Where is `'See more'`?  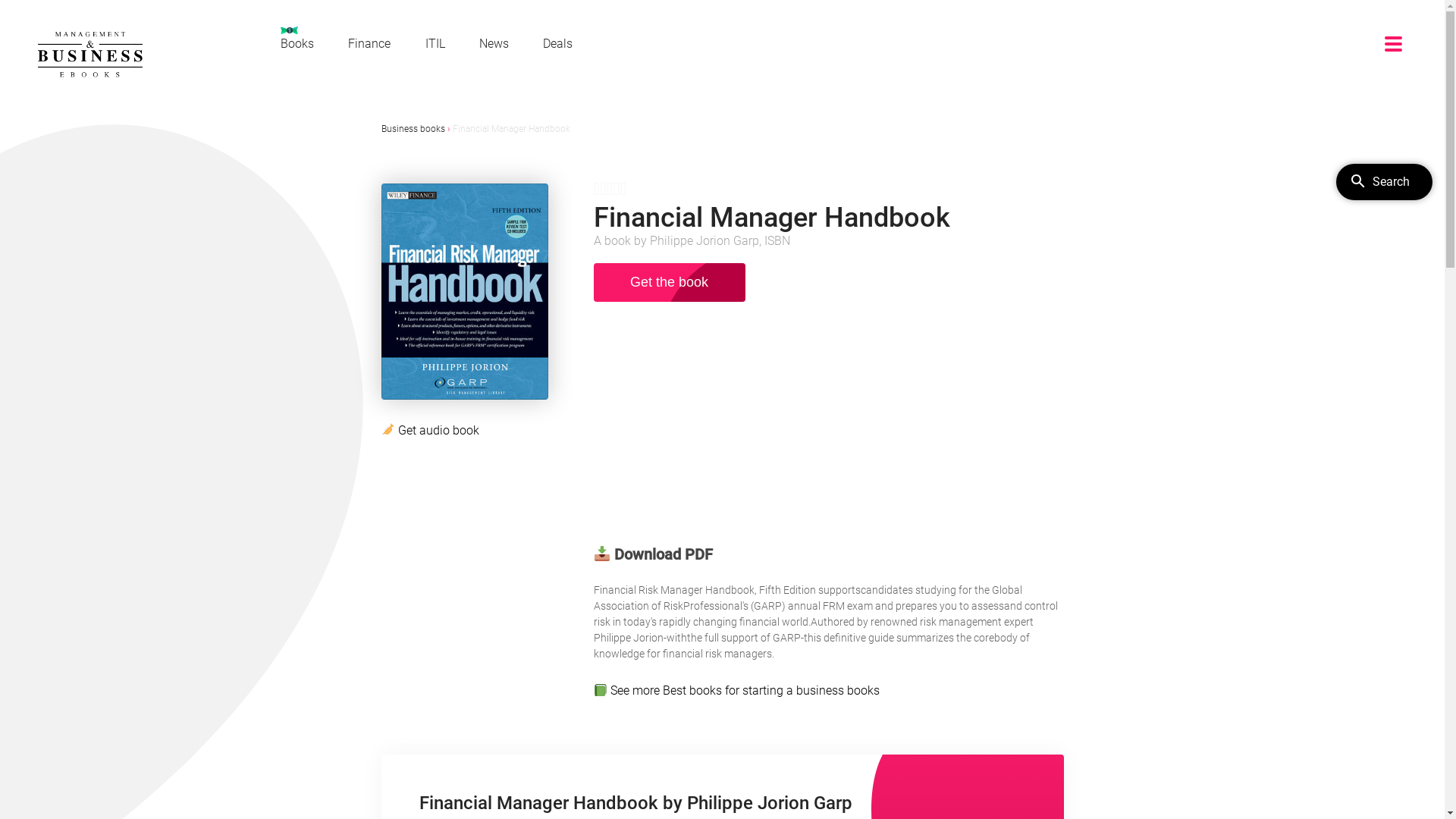
'See more' is located at coordinates (610, 690).